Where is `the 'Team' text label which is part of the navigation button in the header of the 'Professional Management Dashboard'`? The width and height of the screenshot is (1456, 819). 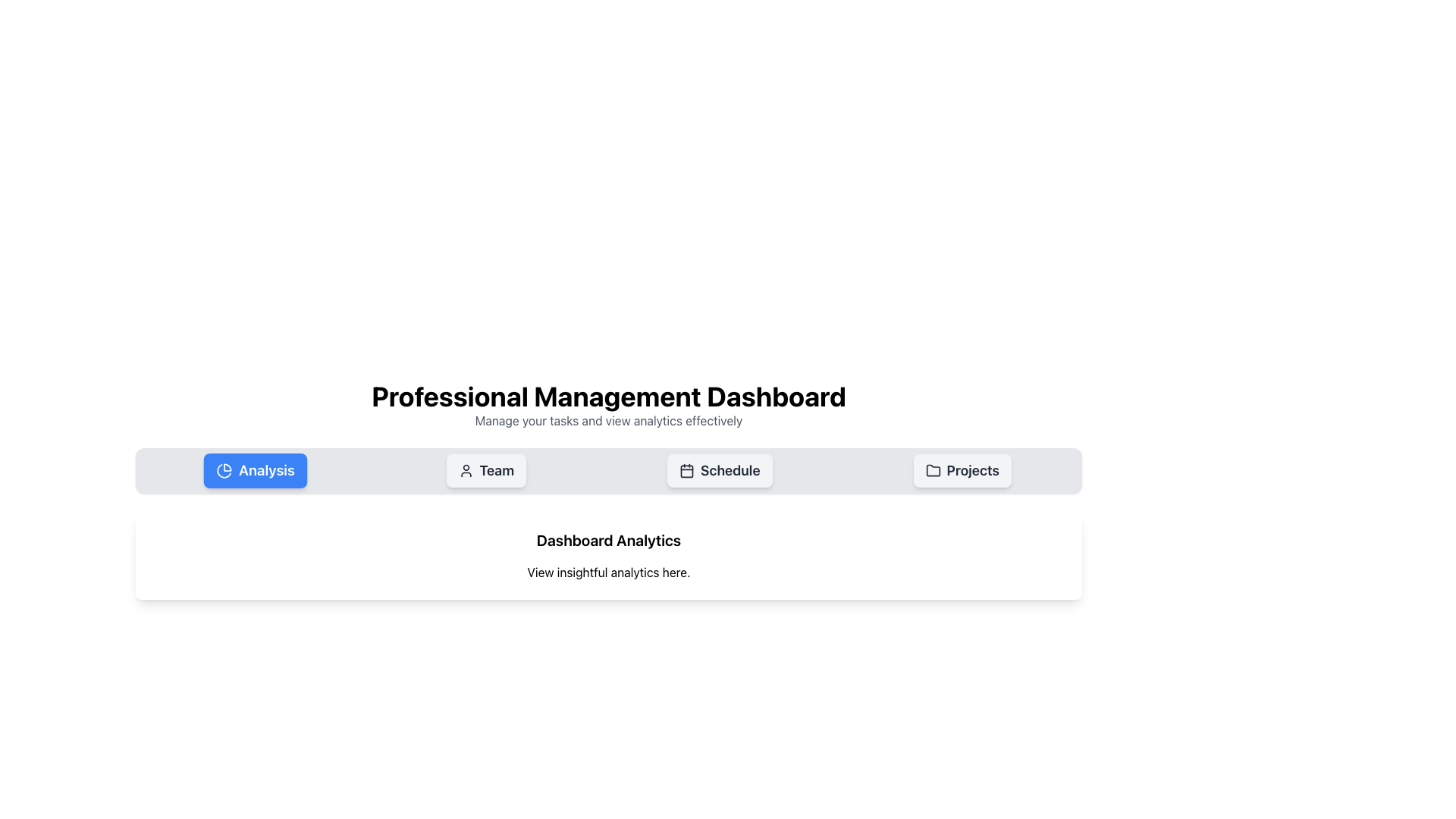 the 'Team' text label which is part of the navigation button in the header of the 'Professional Management Dashboard' is located at coordinates (497, 470).